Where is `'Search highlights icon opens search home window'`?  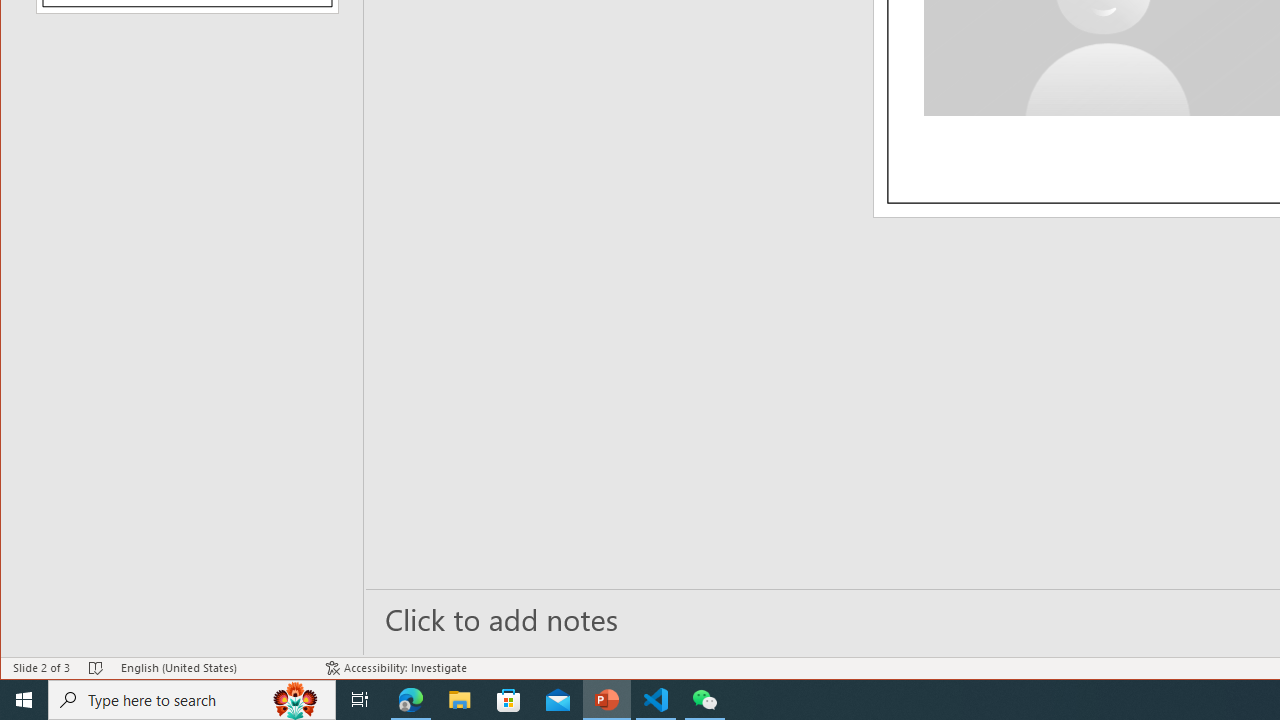
'Search highlights icon opens search home window' is located at coordinates (294, 698).